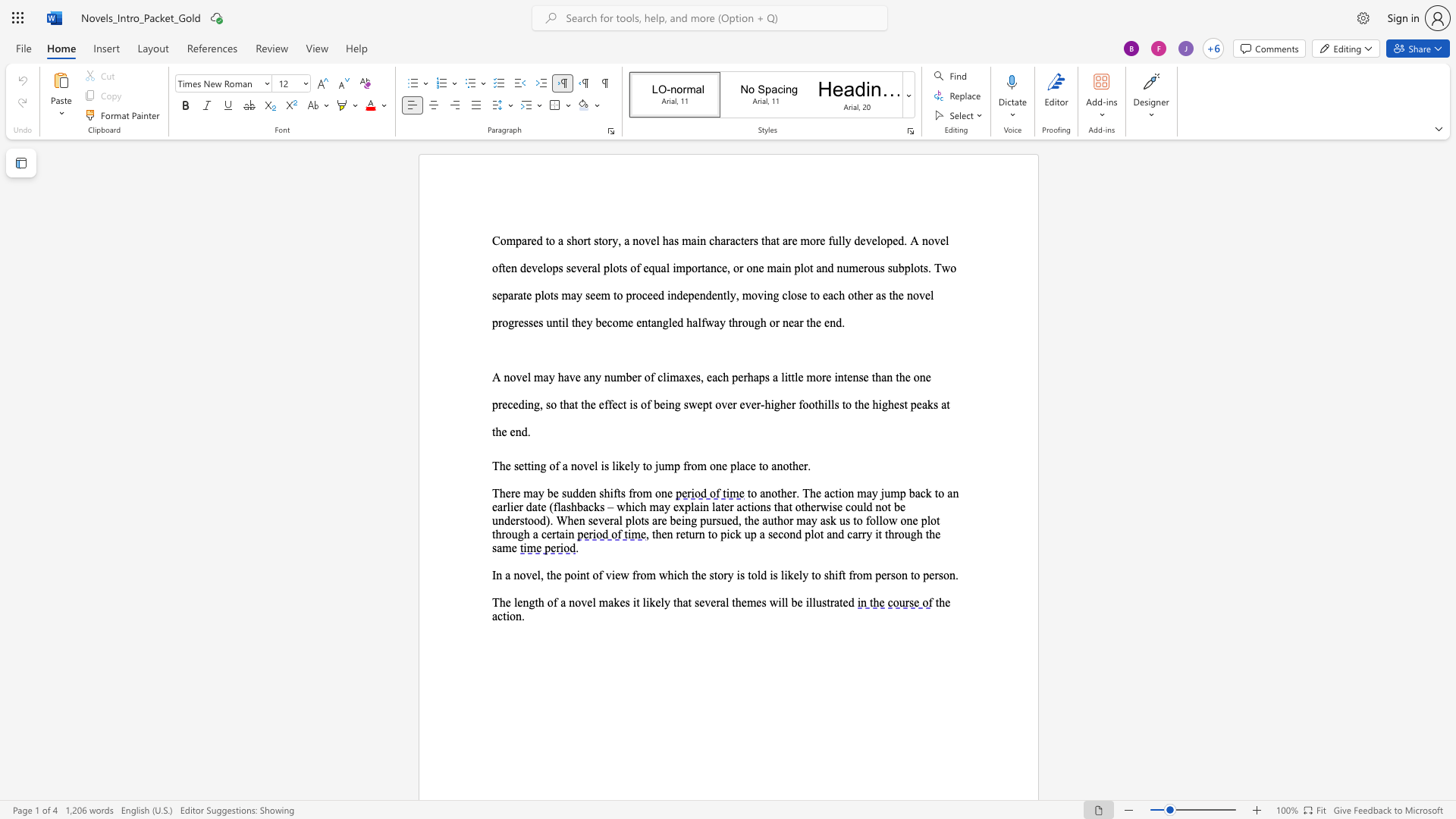 The image size is (1456, 819). I want to click on the space between the continuous character "v" and "e" in the text, so click(588, 465).